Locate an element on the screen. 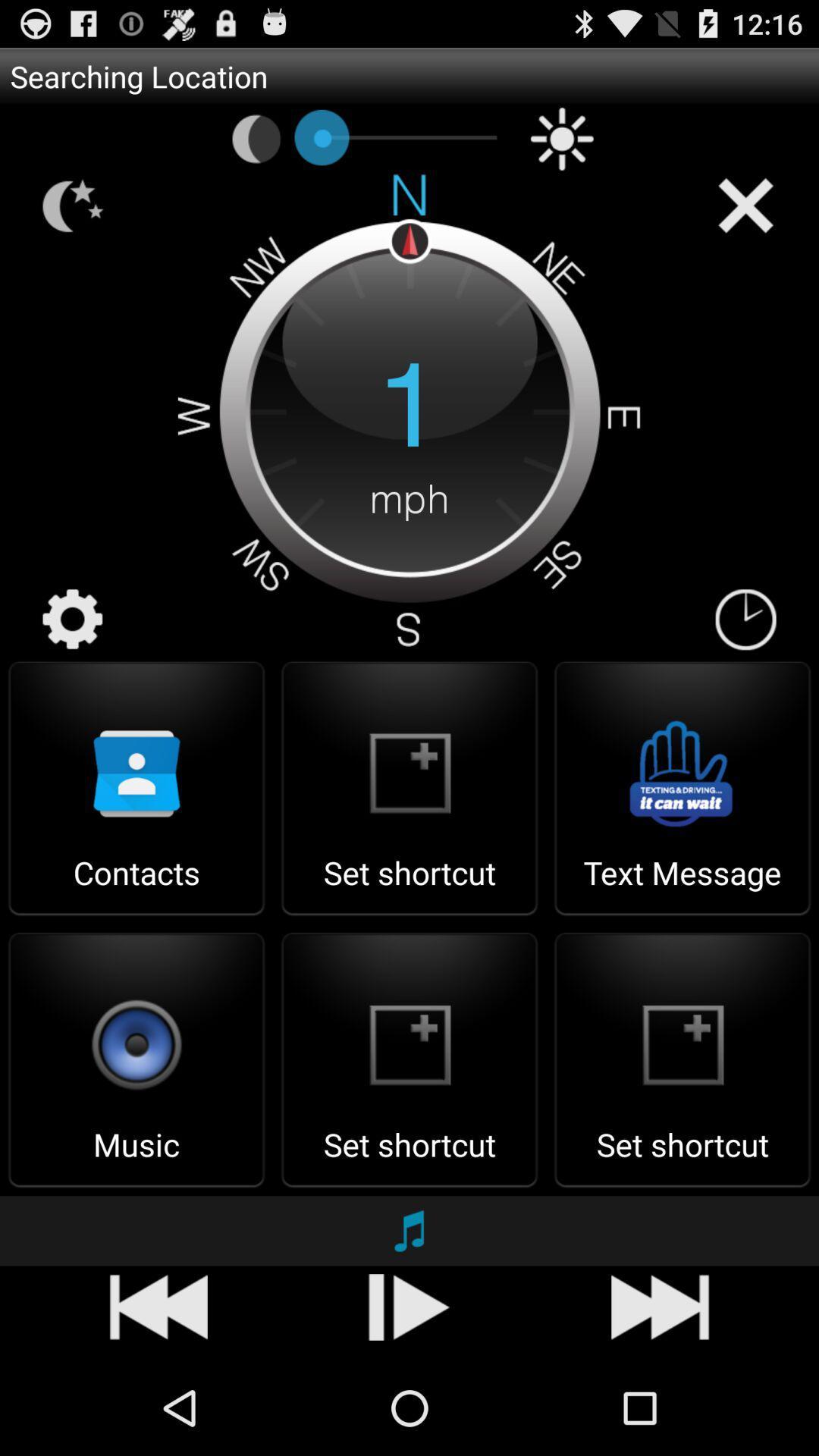 The image size is (819, 1456). icon to the right of the 1 item is located at coordinates (745, 620).